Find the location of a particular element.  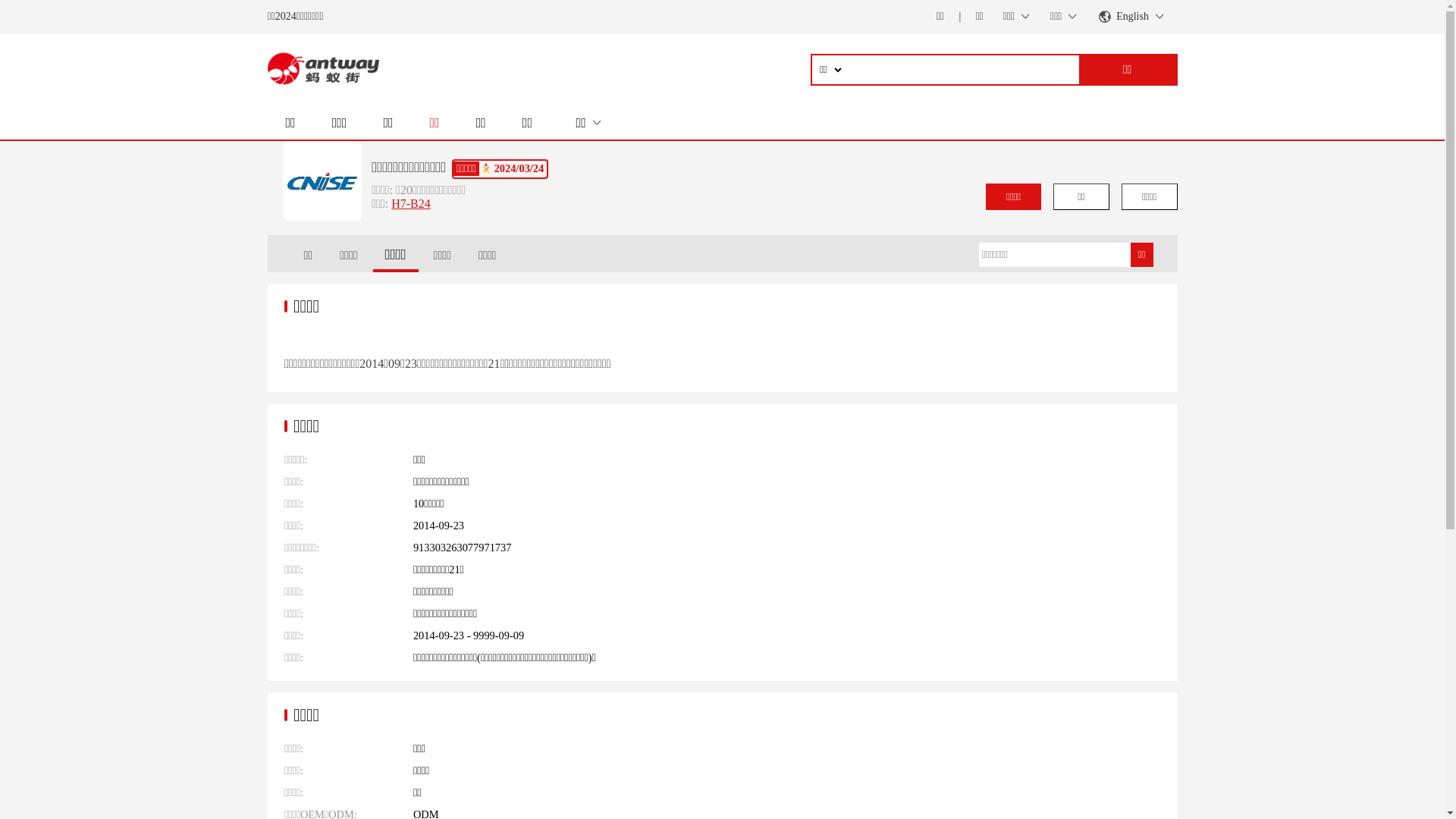

'H7-B24' is located at coordinates (411, 202).